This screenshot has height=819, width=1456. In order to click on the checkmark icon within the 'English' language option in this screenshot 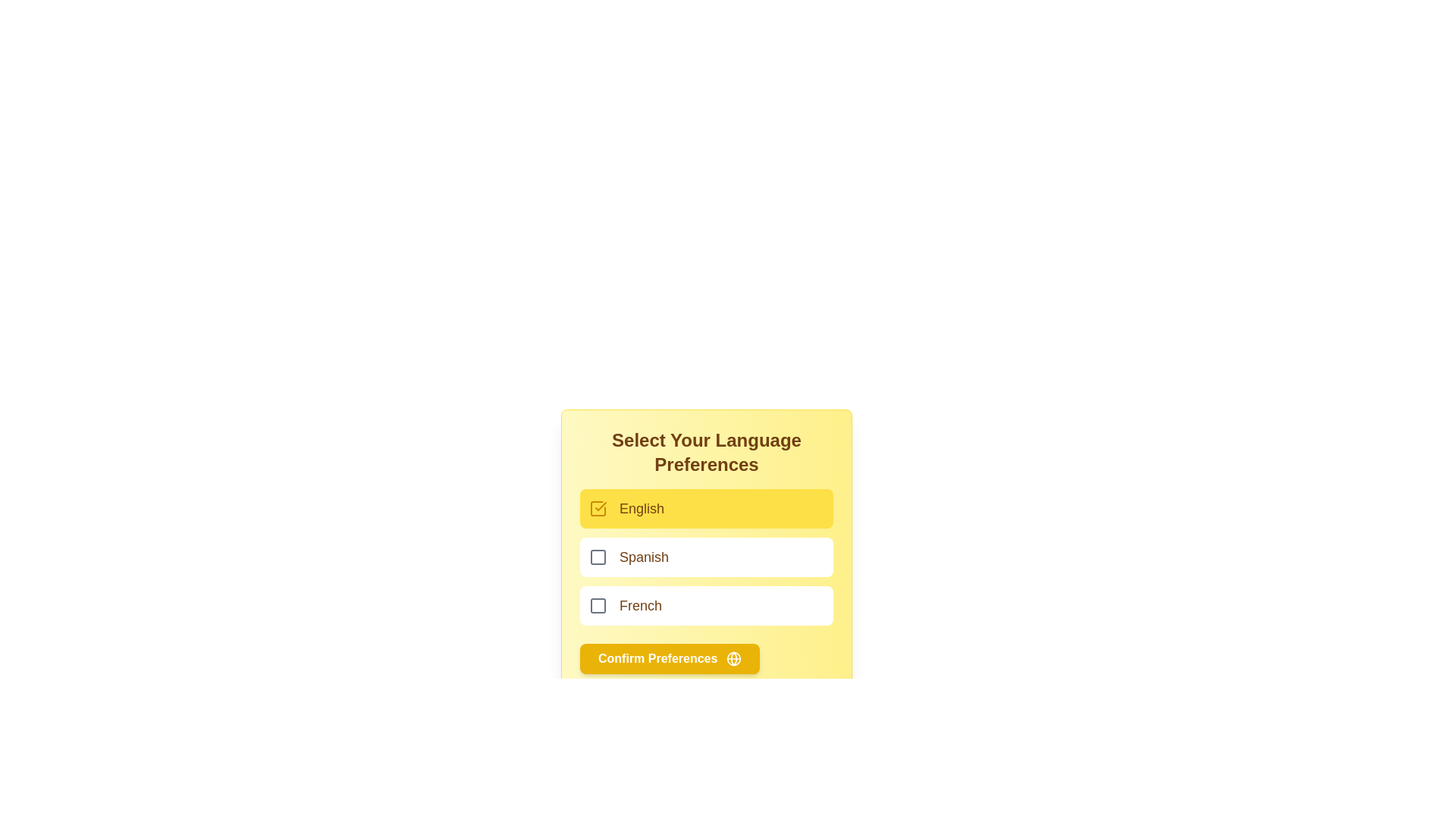, I will do `click(600, 506)`.